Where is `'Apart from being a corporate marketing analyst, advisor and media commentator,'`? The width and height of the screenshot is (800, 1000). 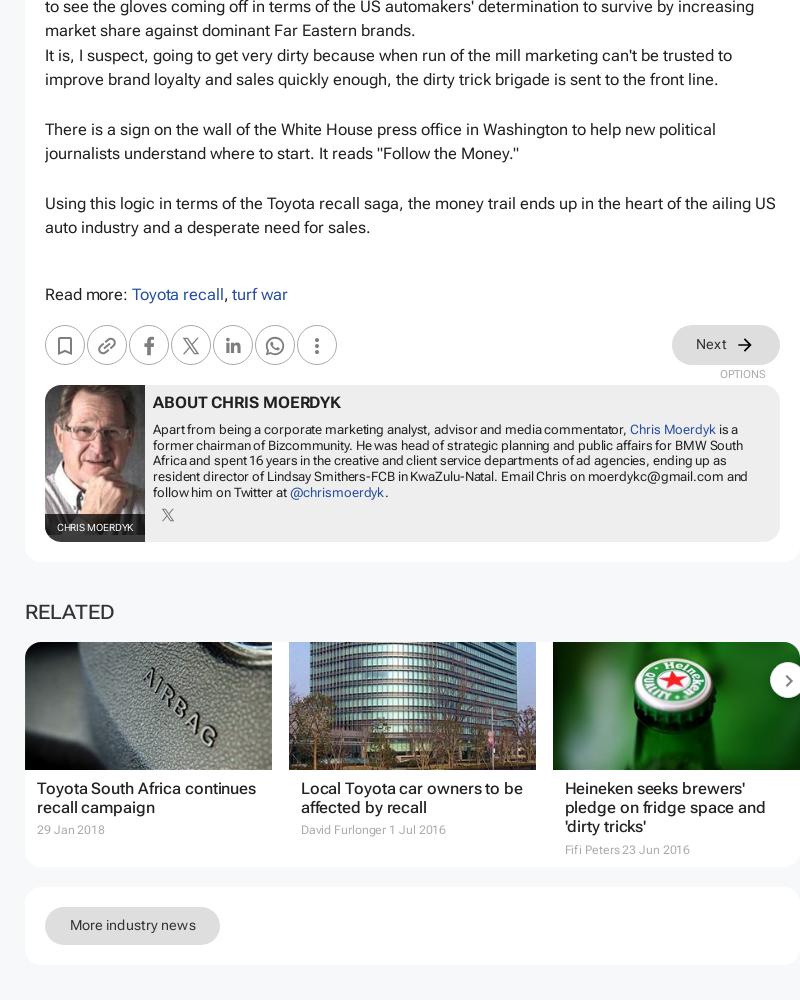 'Apart from being a corporate marketing analyst, advisor and media commentator,' is located at coordinates (390, 429).